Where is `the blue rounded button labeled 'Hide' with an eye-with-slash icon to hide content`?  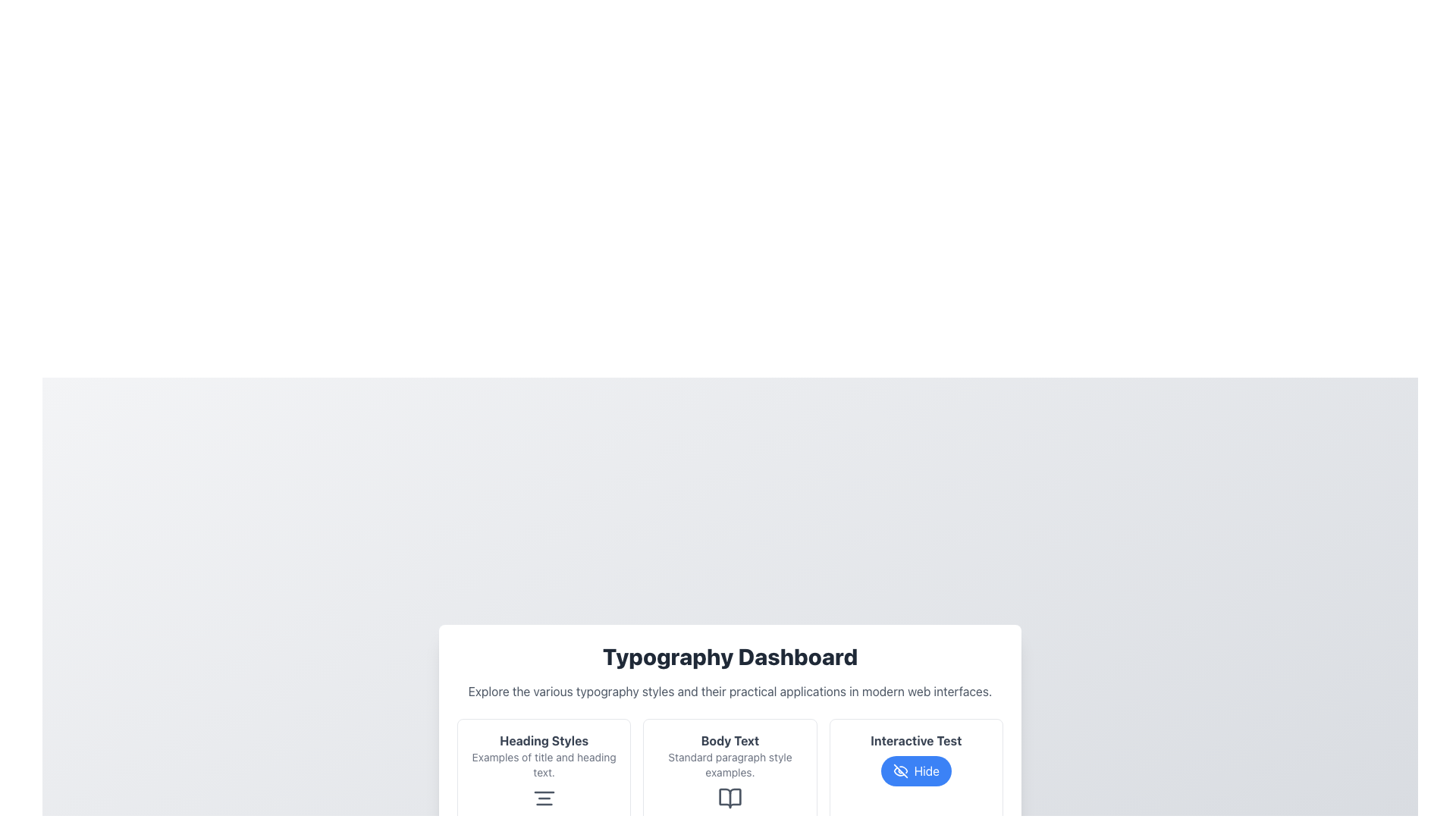
the blue rounded button labeled 'Hide' with an eye-with-slash icon to hide content is located at coordinates (915, 771).